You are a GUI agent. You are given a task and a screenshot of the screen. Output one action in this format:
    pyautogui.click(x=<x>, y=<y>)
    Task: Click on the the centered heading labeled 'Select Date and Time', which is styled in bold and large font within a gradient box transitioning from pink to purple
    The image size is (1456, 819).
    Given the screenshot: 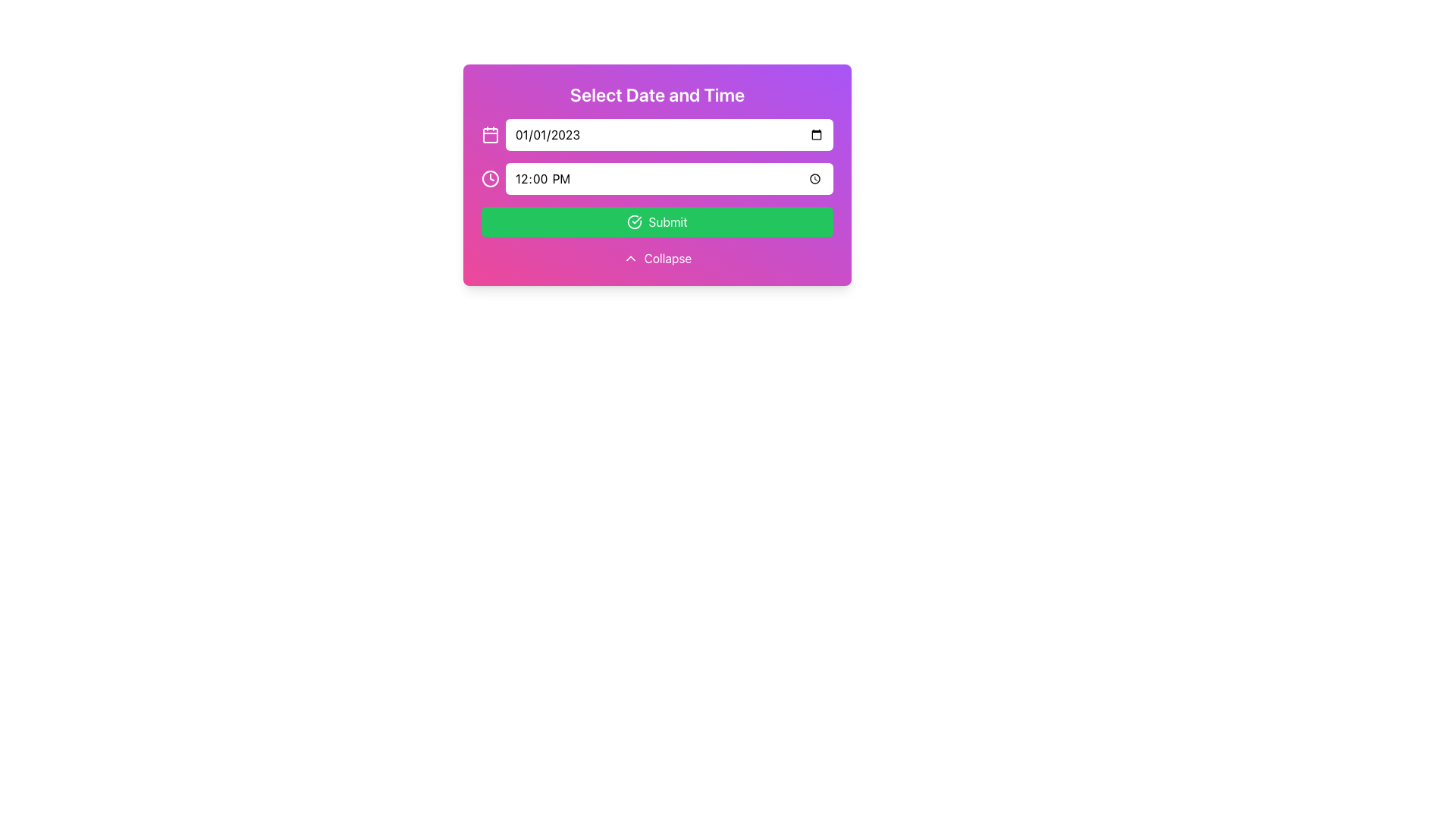 What is the action you would take?
    pyautogui.click(x=657, y=94)
    